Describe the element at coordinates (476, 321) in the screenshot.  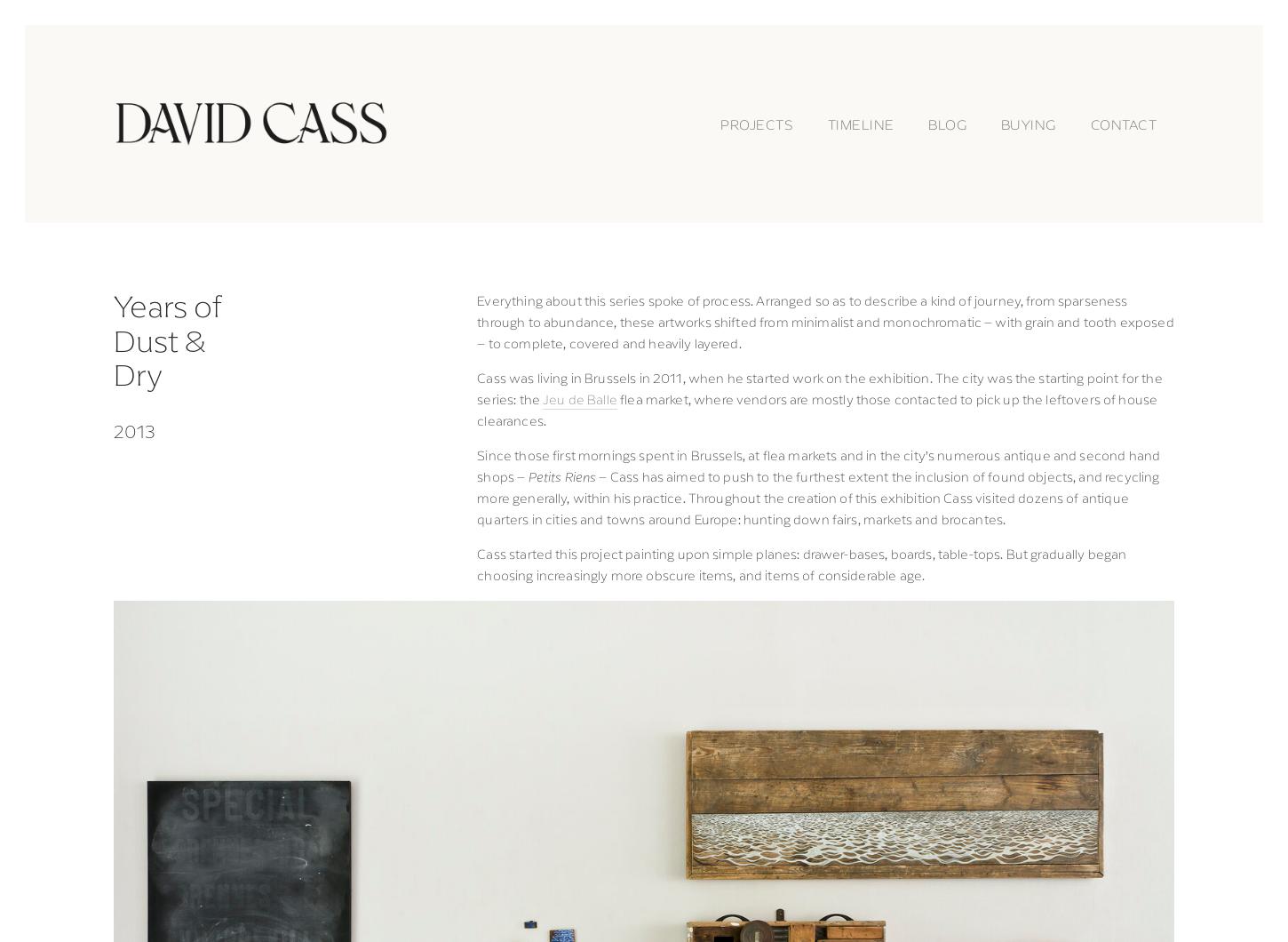
I see `'Everything about this series spoke of process. Arranged so as to describe a kind of journey, from sparseness through to abundance, these artworks shifted from minimalist and monochromatic – with grain and tooth exposed – to complete, covered and heavily layered.'` at that location.